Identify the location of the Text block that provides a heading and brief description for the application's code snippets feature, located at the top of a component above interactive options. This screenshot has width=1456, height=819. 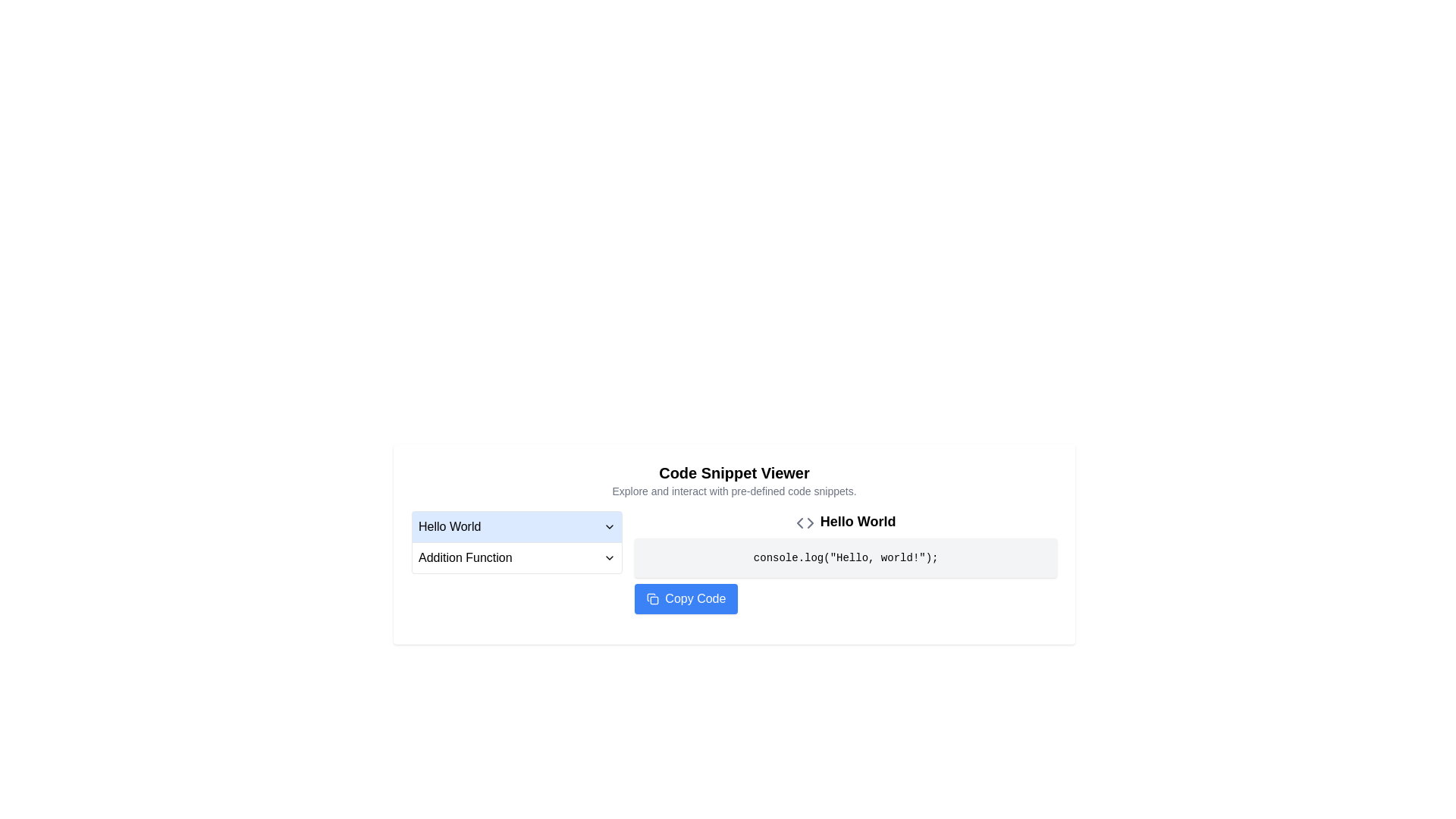
(734, 480).